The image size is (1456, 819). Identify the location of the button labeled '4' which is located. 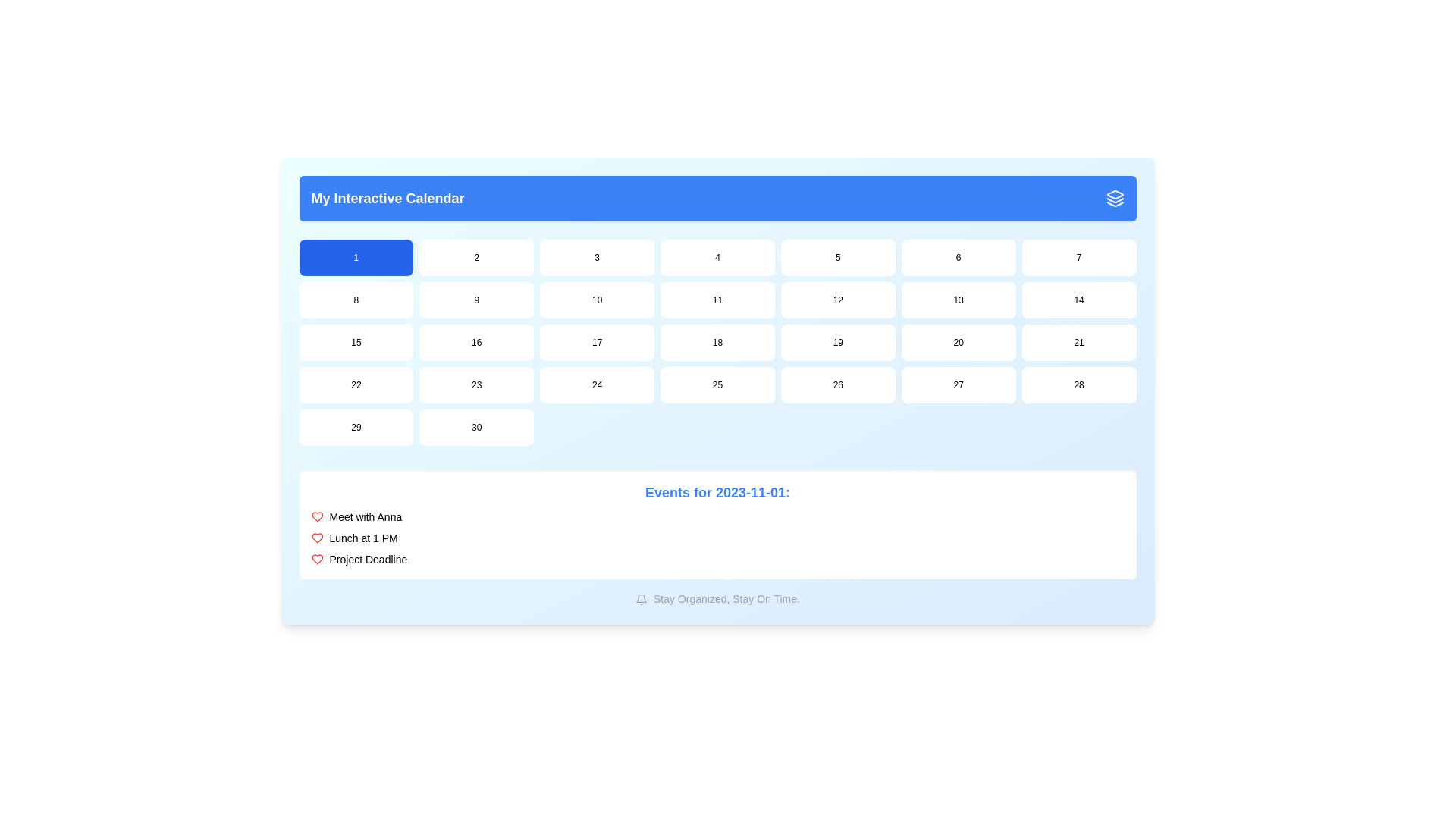
(717, 256).